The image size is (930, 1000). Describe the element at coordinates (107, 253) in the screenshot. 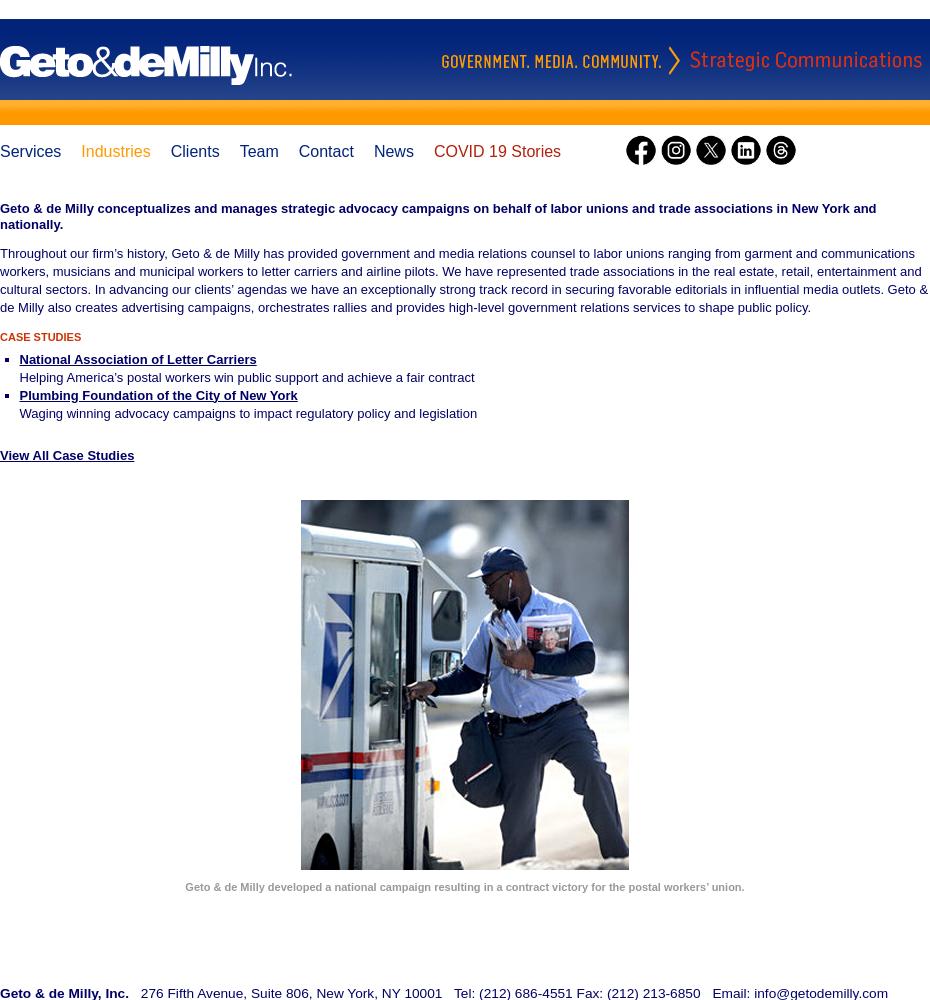

I see `'Throughout our firm’s history, Geto &'` at that location.